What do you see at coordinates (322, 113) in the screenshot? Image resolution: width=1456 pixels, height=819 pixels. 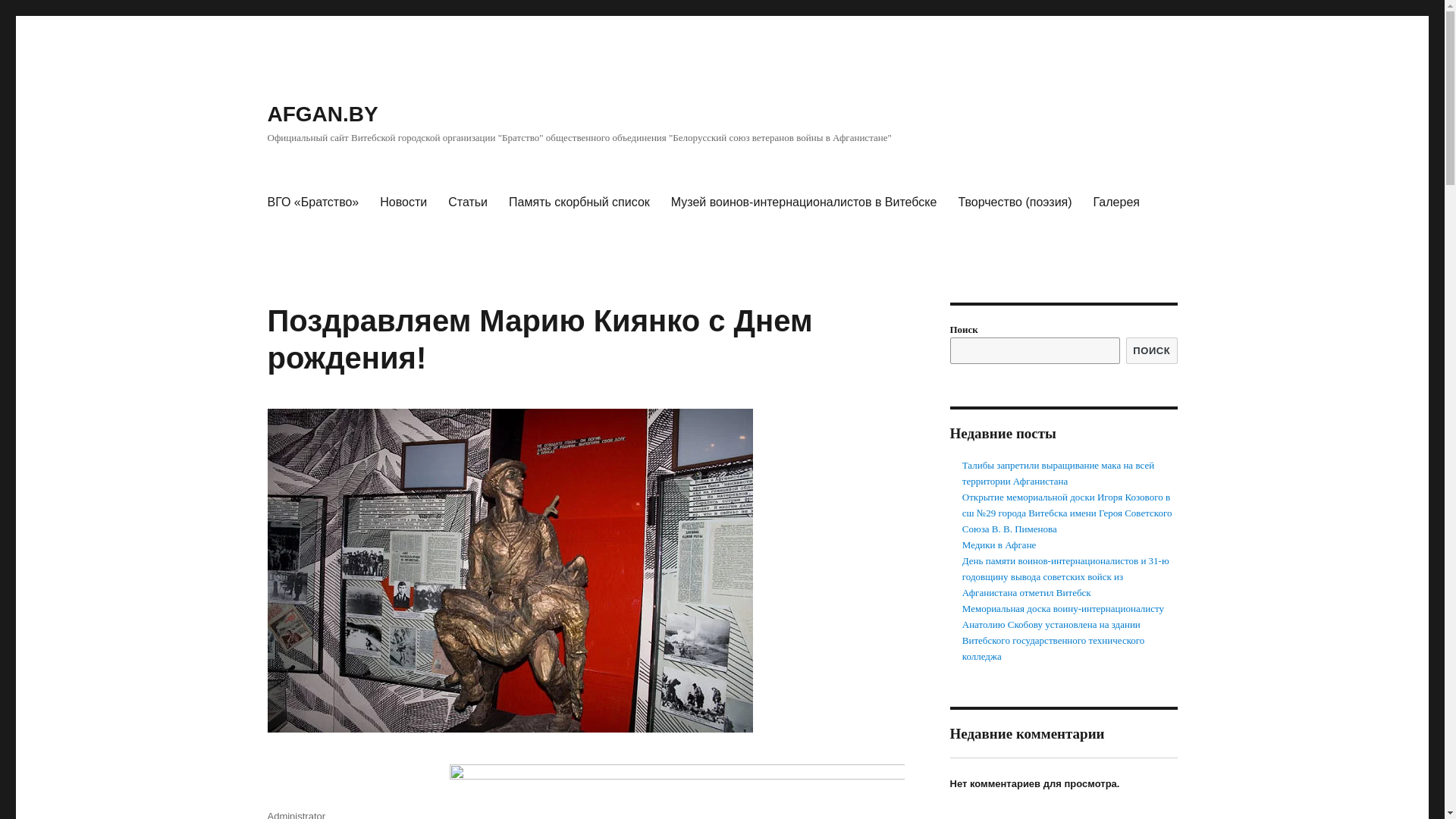 I see `'AFGAN.BY'` at bounding box center [322, 113].